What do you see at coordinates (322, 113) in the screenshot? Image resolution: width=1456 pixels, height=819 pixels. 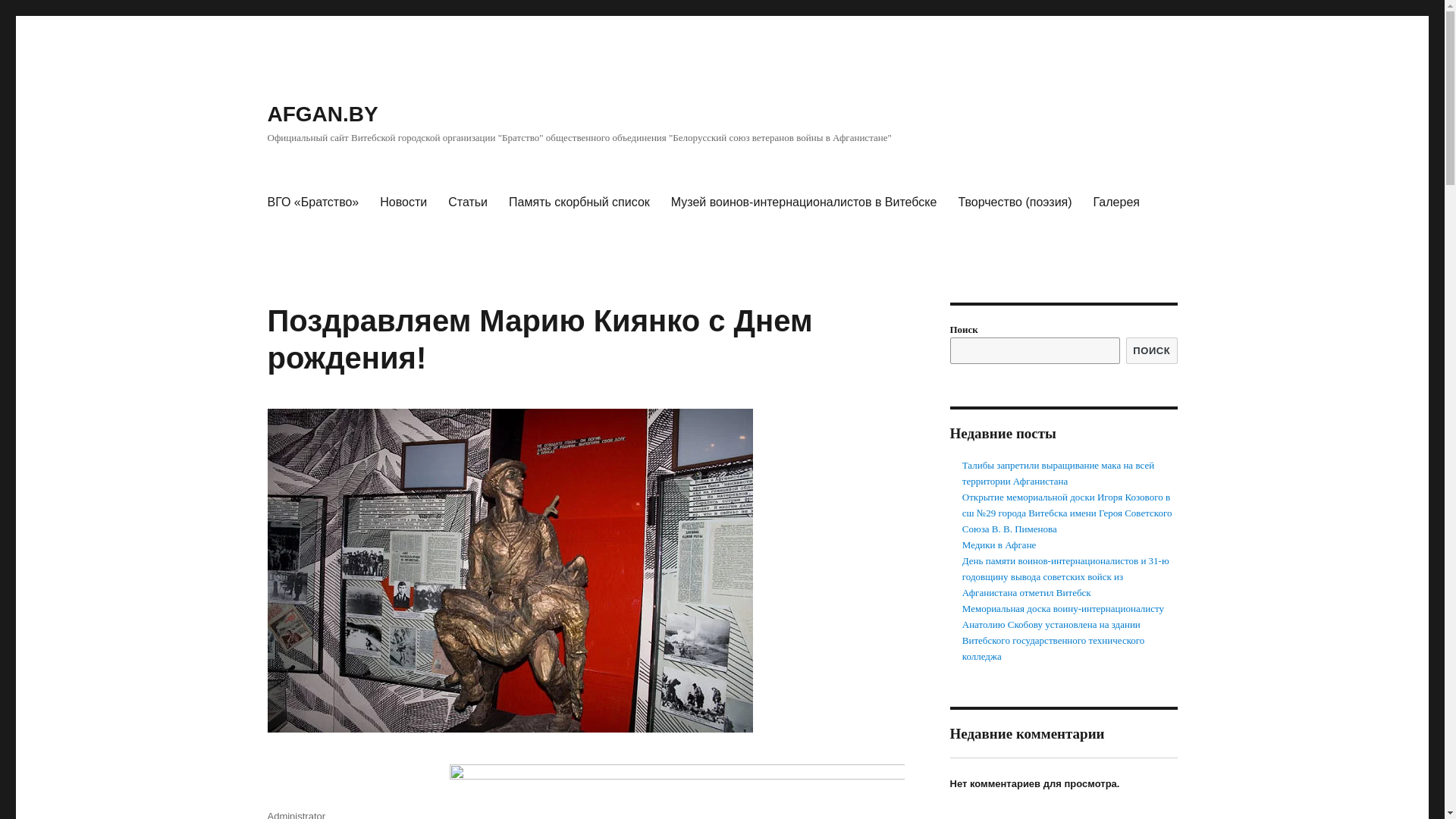 I see `'AFGAN.BY'` at bounding box center [322, 113].